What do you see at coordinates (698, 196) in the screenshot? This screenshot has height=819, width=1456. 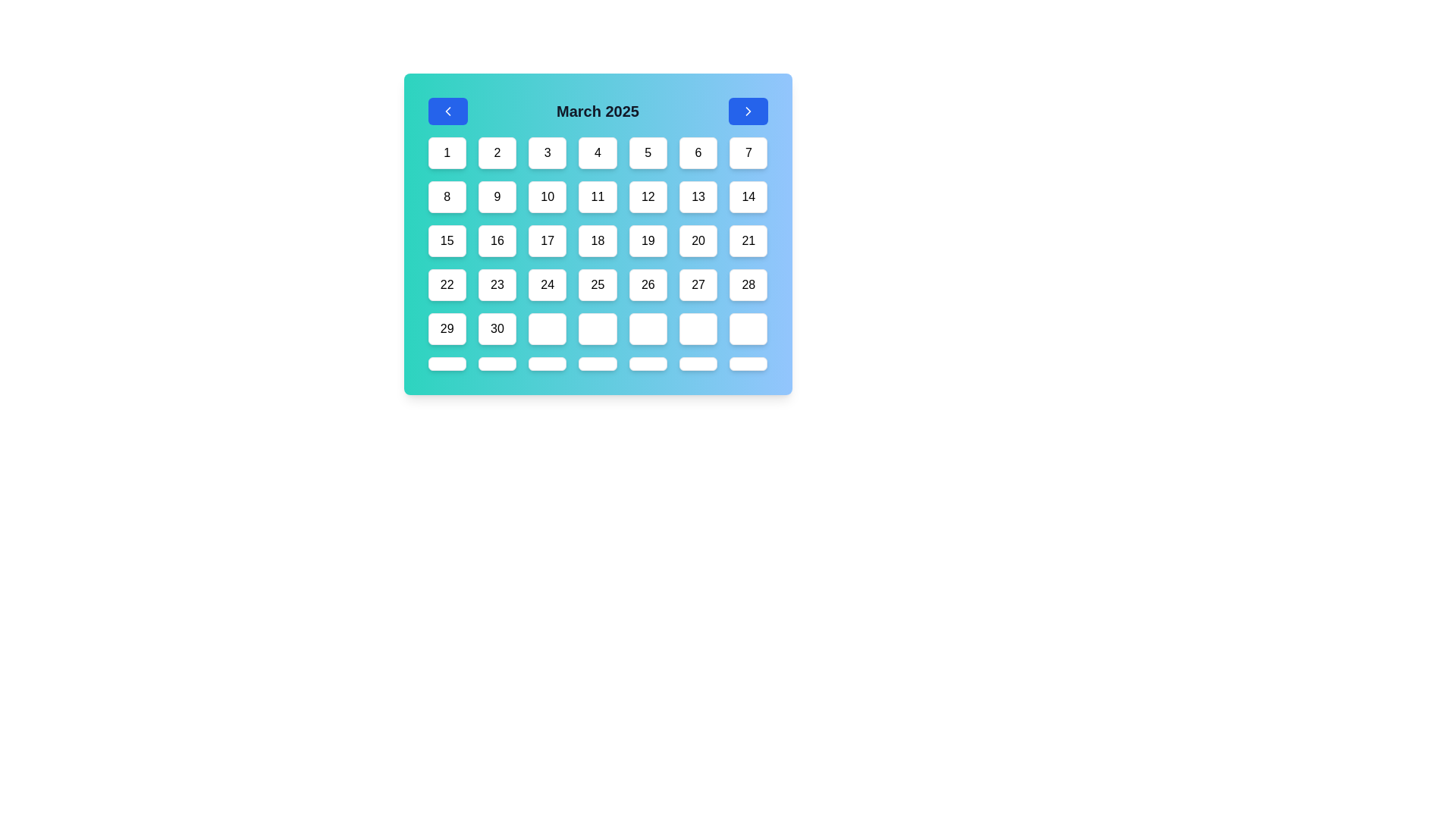 I see `the unselected Day Cell representing the 13th day in the calendar, located in the second row and sixth column of the grid layout` at bounding box center [698, 196].